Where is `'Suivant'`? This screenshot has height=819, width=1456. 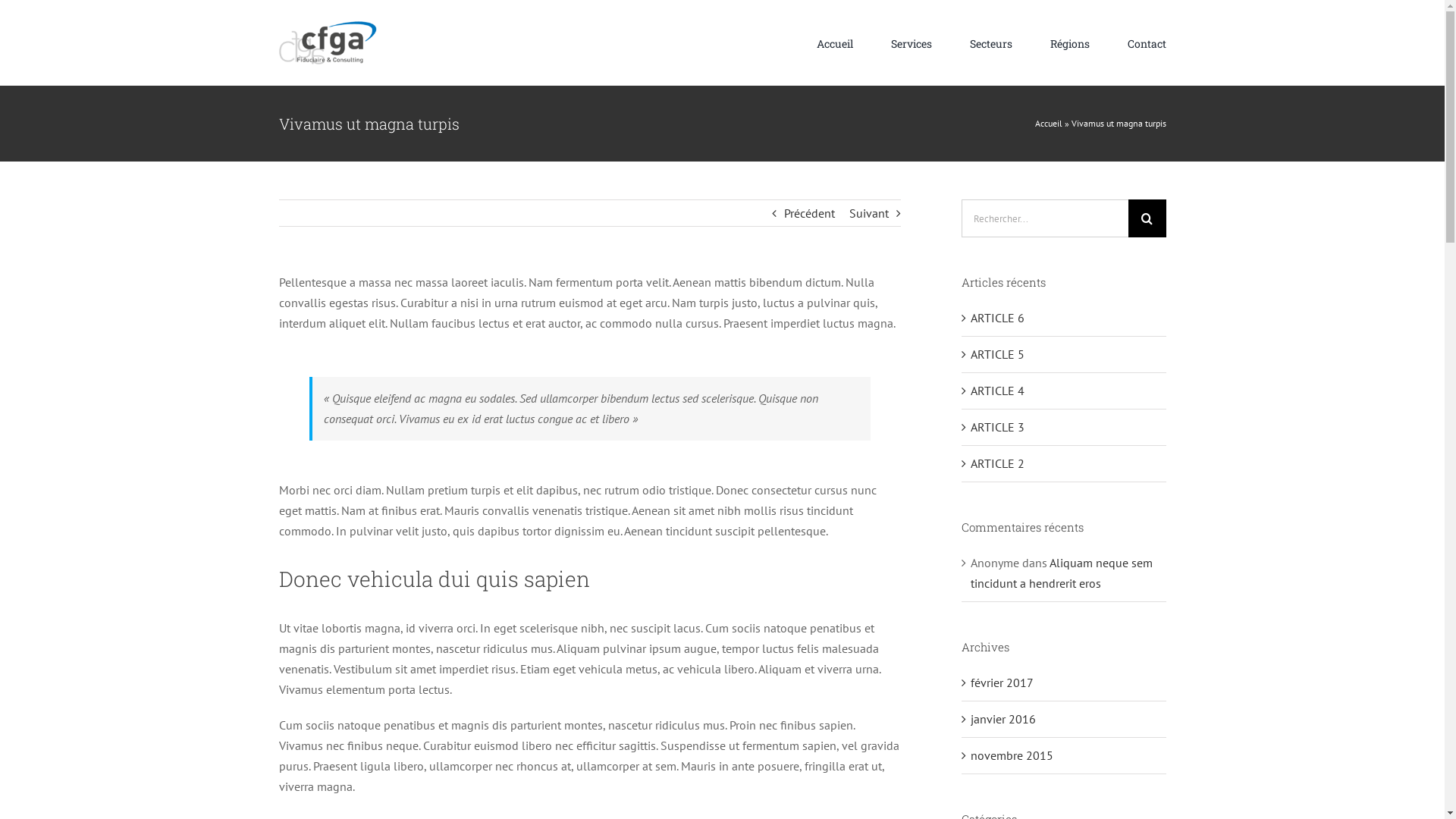
'Suivant' is located at coordinates (848, 213).